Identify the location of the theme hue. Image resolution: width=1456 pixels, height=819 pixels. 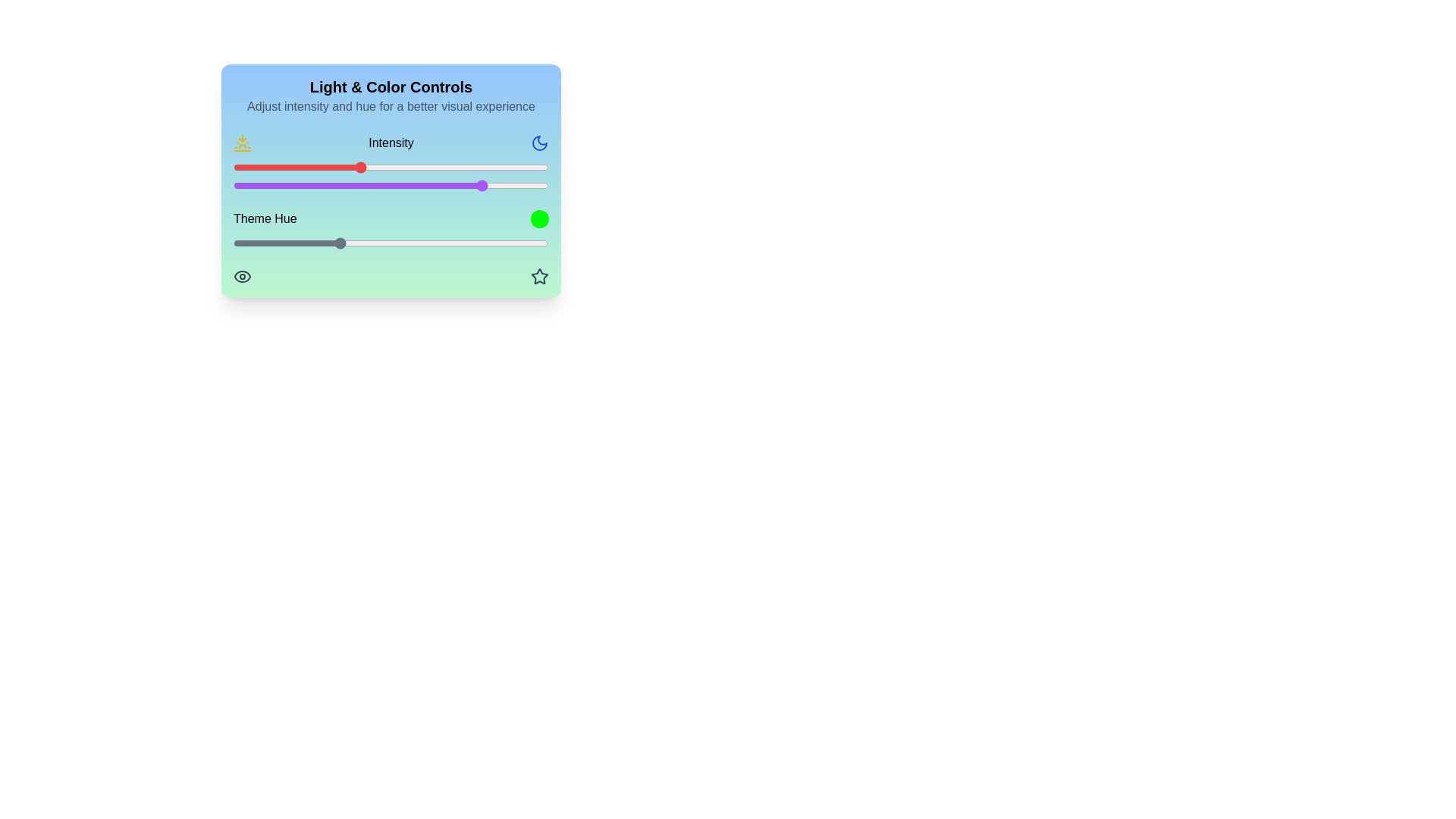
(375, 242).